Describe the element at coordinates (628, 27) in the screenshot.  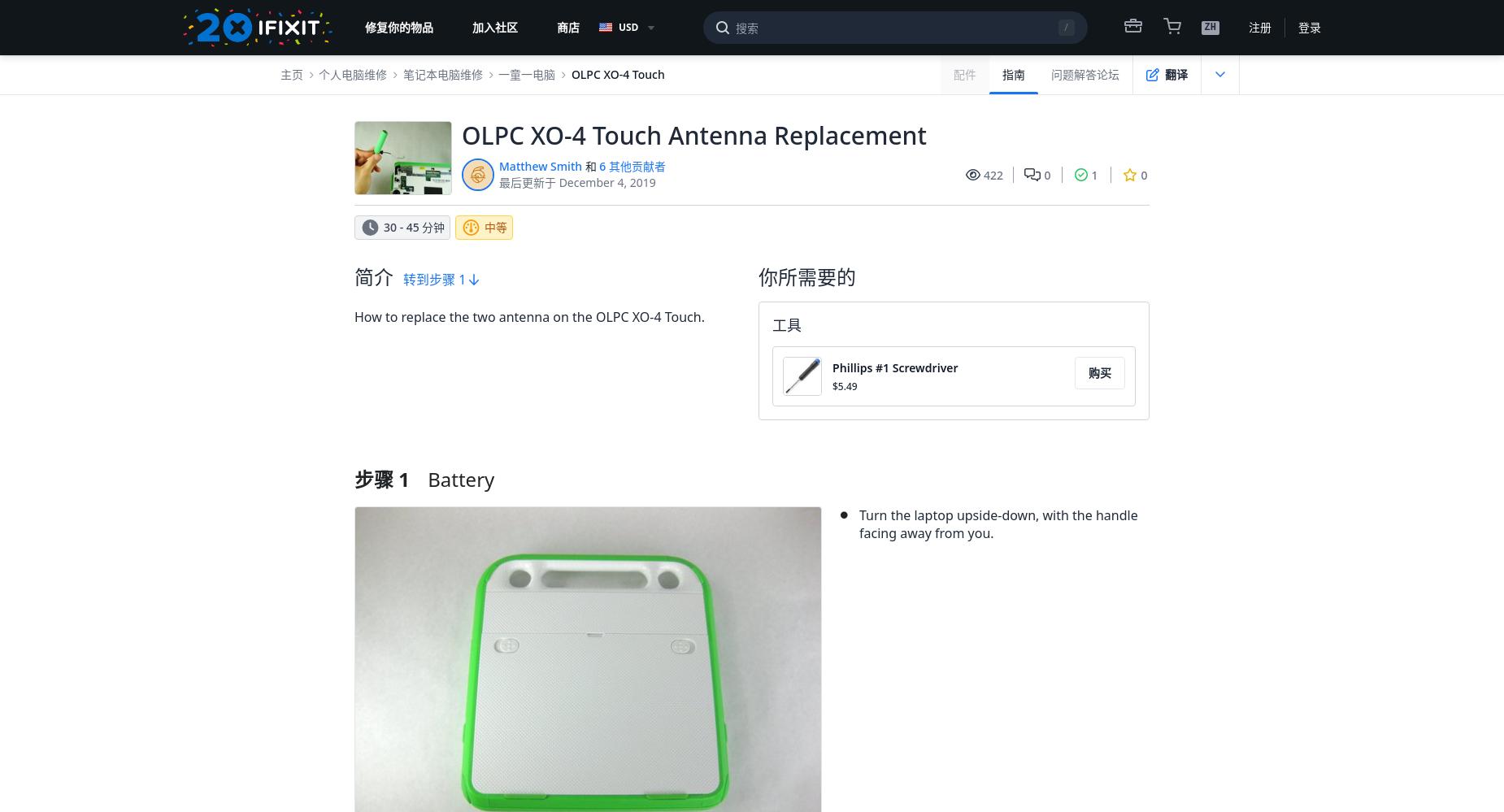
I see `'USD'` at that location.